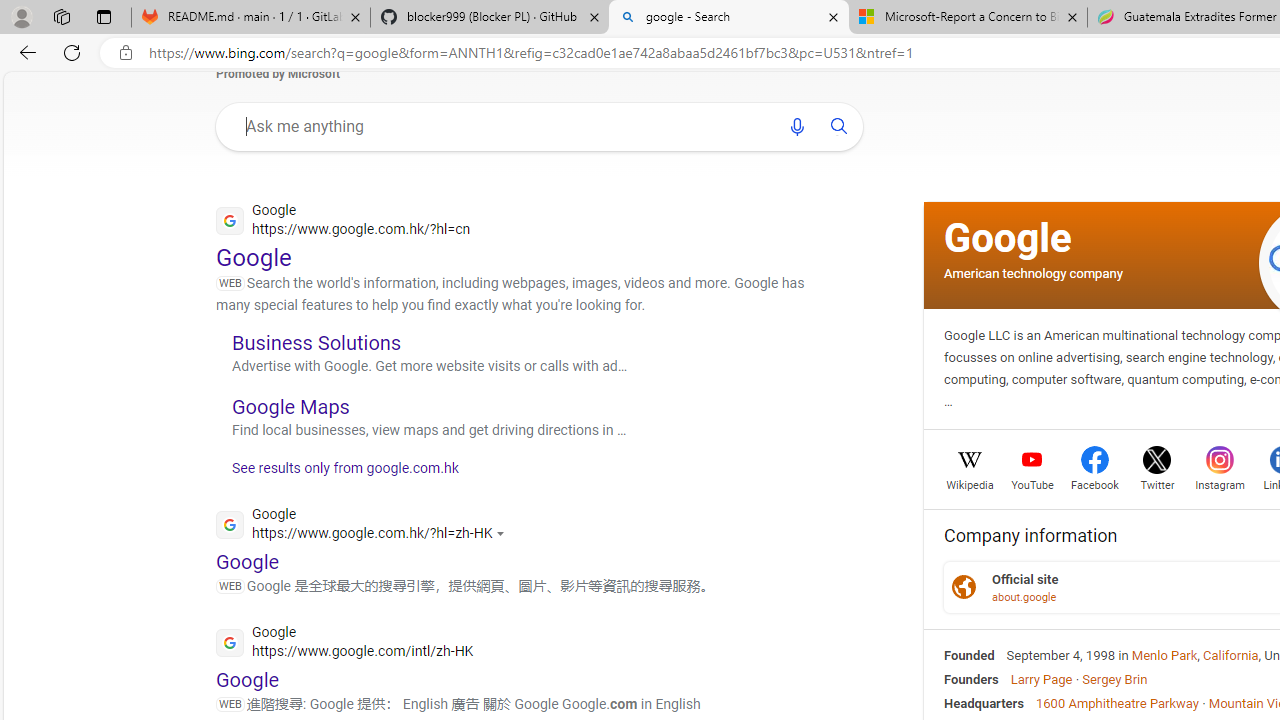 This screenshot has width=1280, height=720. Describe the element at coordinates (1040, 677) in the screenshot. I see `'Larry Page'` at that location.